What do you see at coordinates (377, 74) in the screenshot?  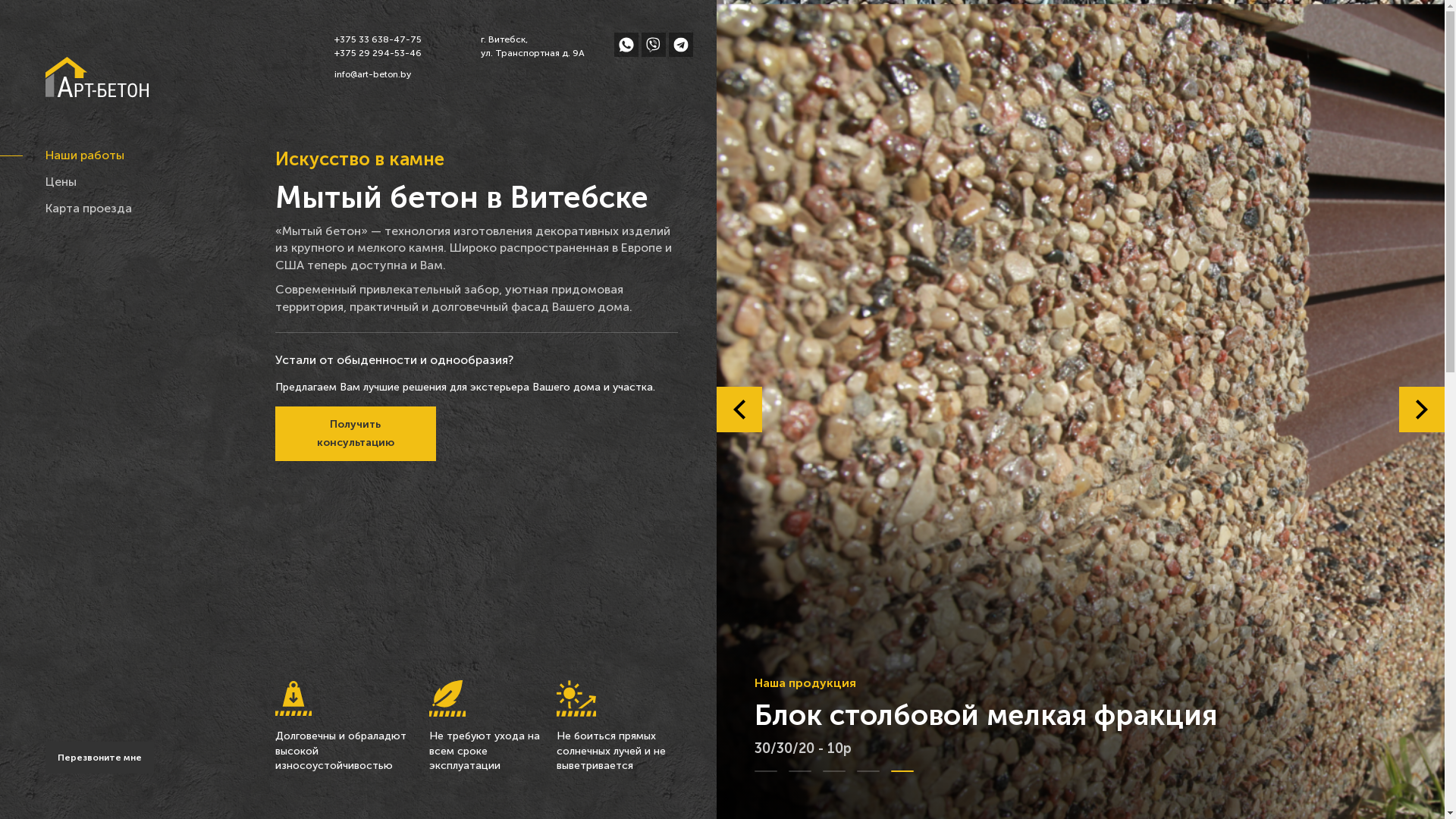 I see `'info@art-beton.by'` at bounding box center [377, 74].